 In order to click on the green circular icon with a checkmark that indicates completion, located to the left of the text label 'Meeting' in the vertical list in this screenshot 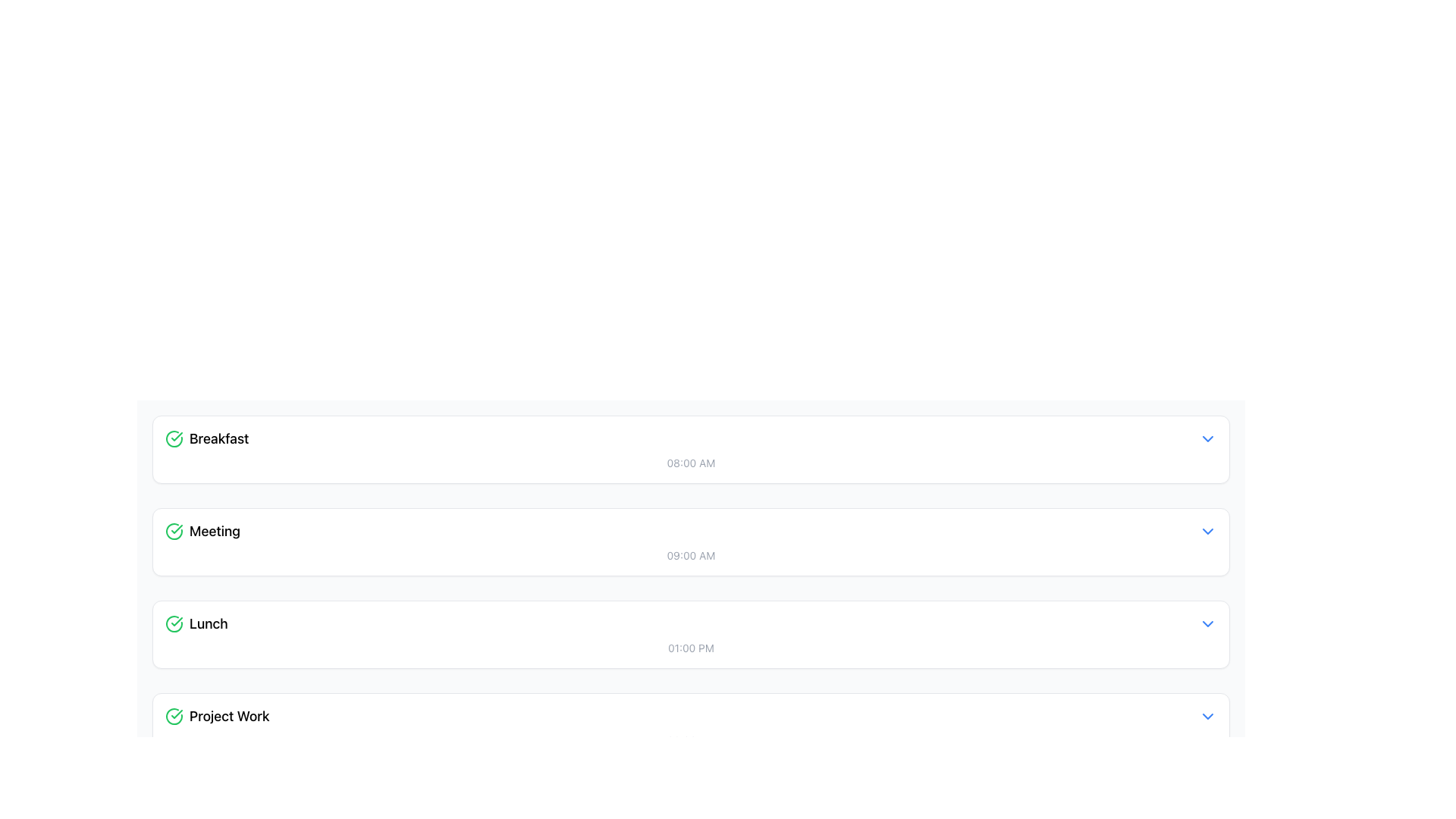, I will do `click(174, 531)`.